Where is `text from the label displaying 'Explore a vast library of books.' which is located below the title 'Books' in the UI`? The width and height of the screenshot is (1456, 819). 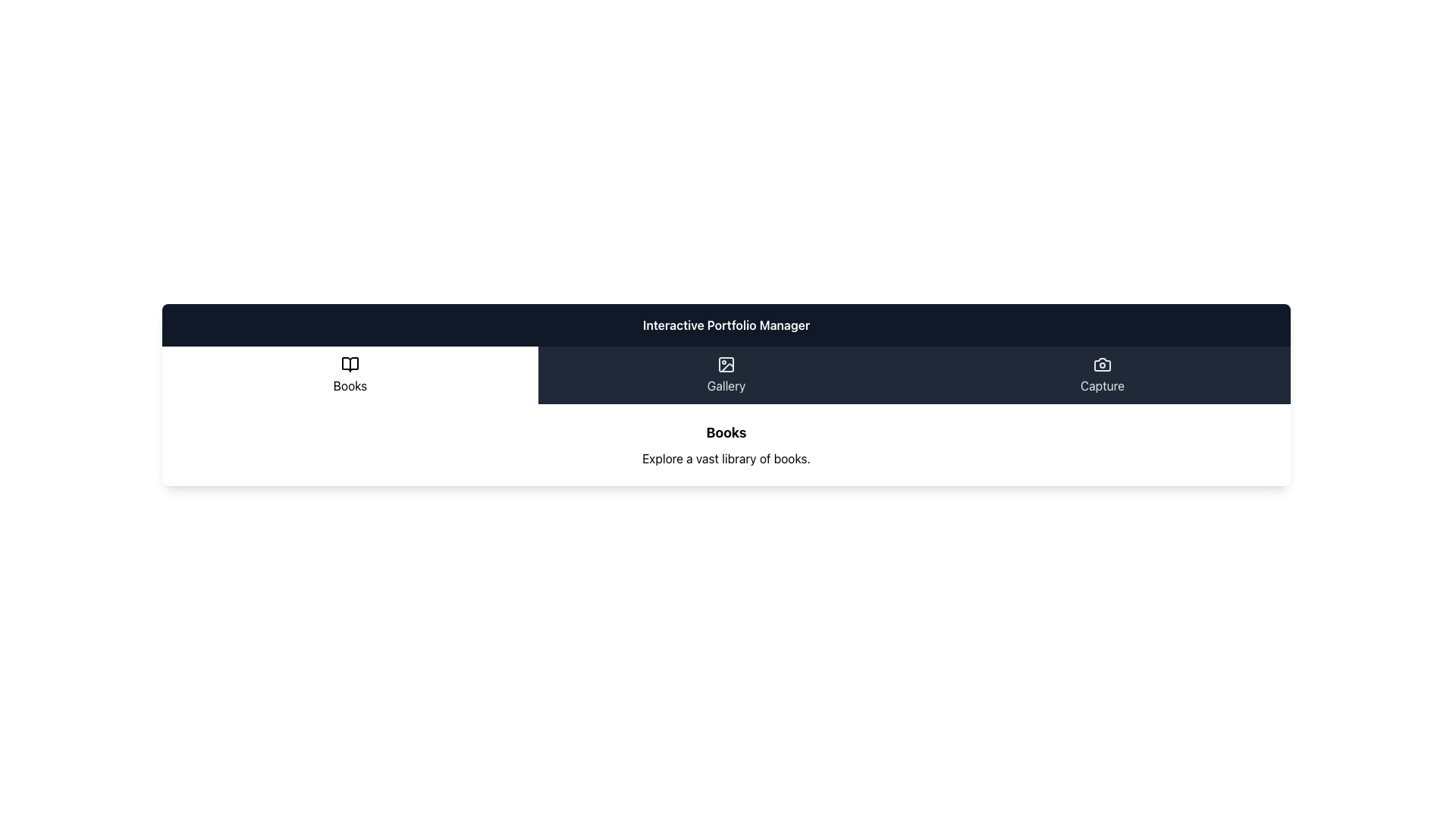
text from the label displaying 'Explore a vast library of books.' which is located below the title 'Books' in the UI is located at coordinates (726, 458).